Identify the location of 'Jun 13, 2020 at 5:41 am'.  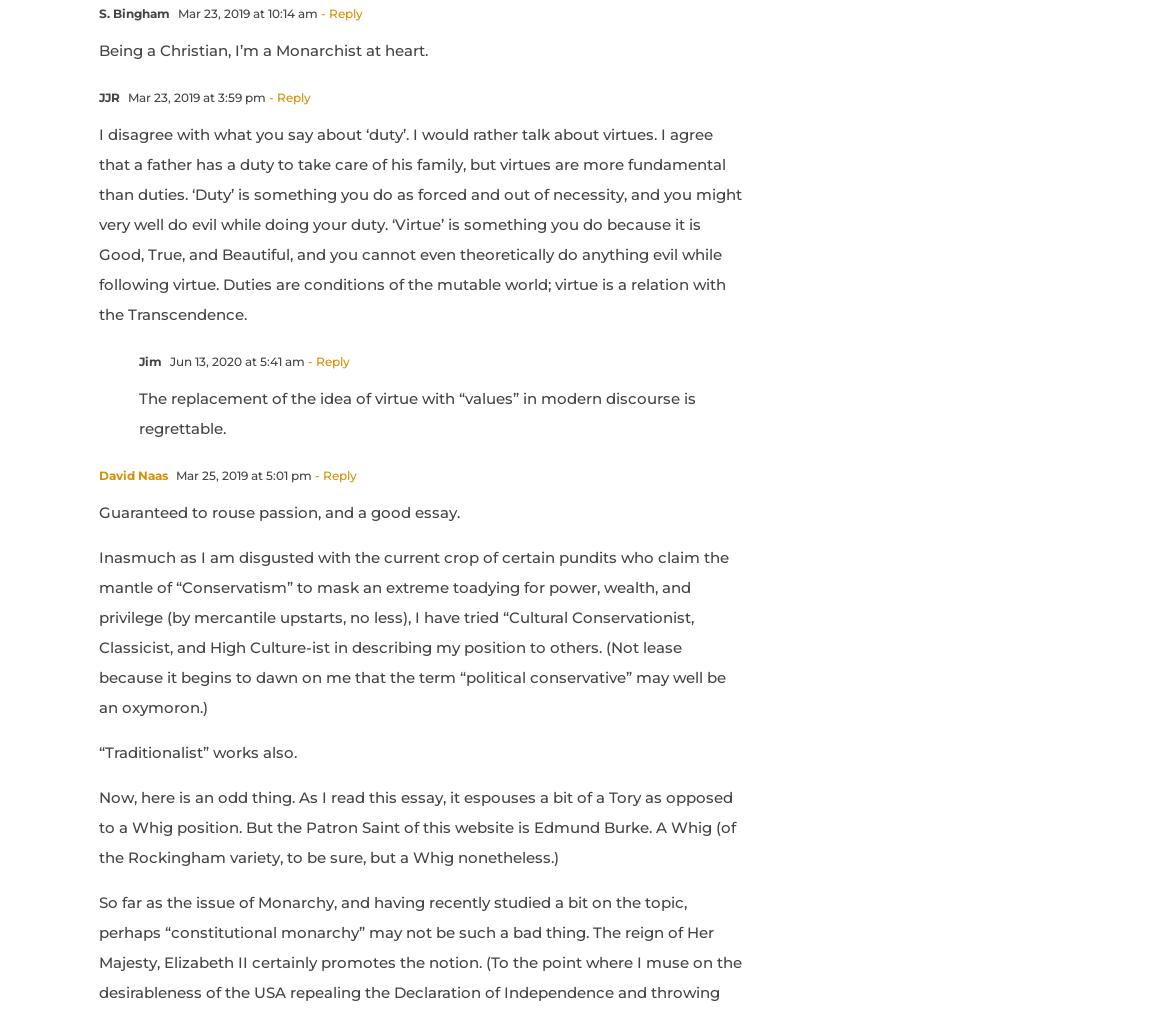
(234, 359).